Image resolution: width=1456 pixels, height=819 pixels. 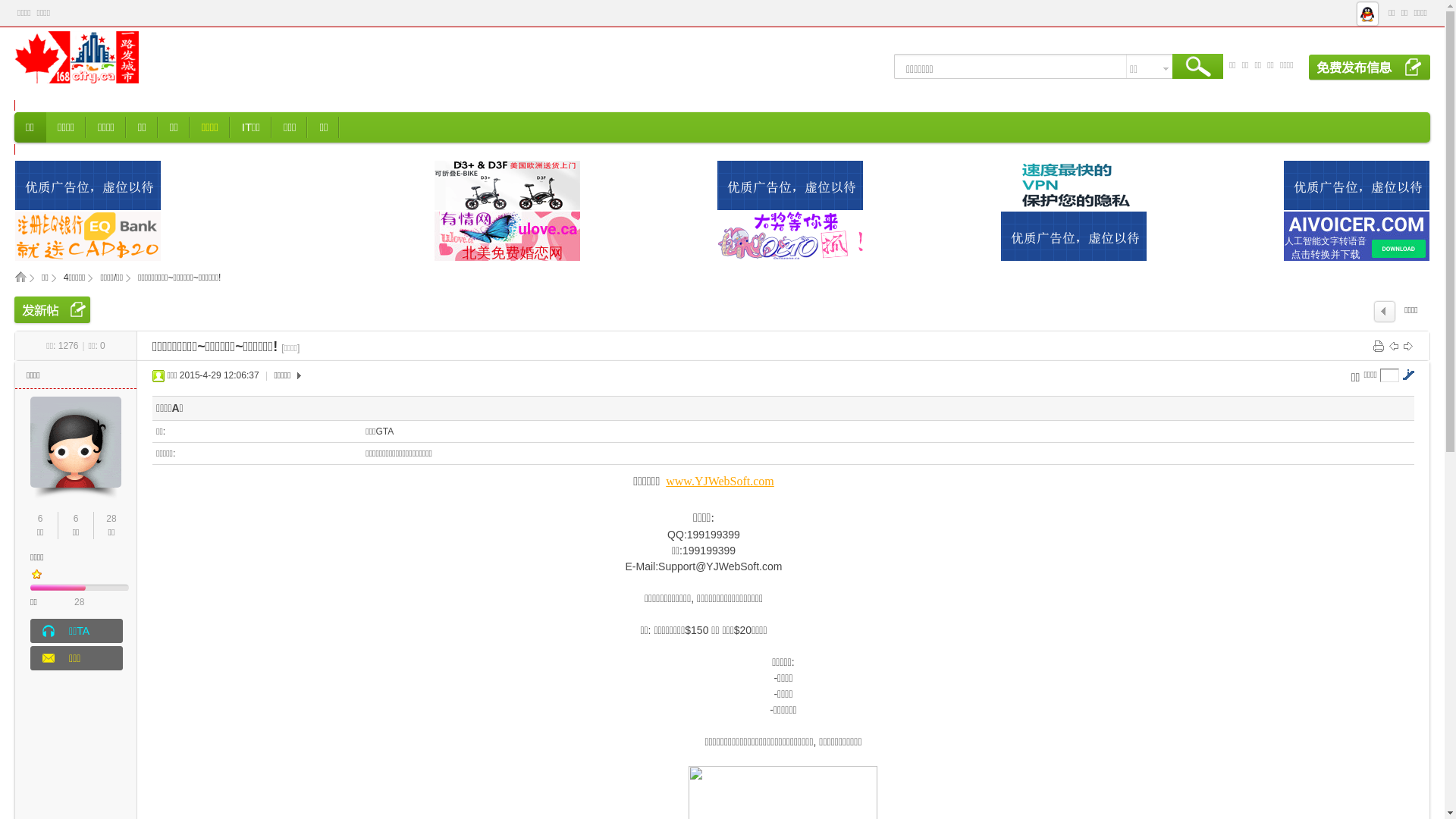 I want to click on 'true', so click(x=1197, y=69).